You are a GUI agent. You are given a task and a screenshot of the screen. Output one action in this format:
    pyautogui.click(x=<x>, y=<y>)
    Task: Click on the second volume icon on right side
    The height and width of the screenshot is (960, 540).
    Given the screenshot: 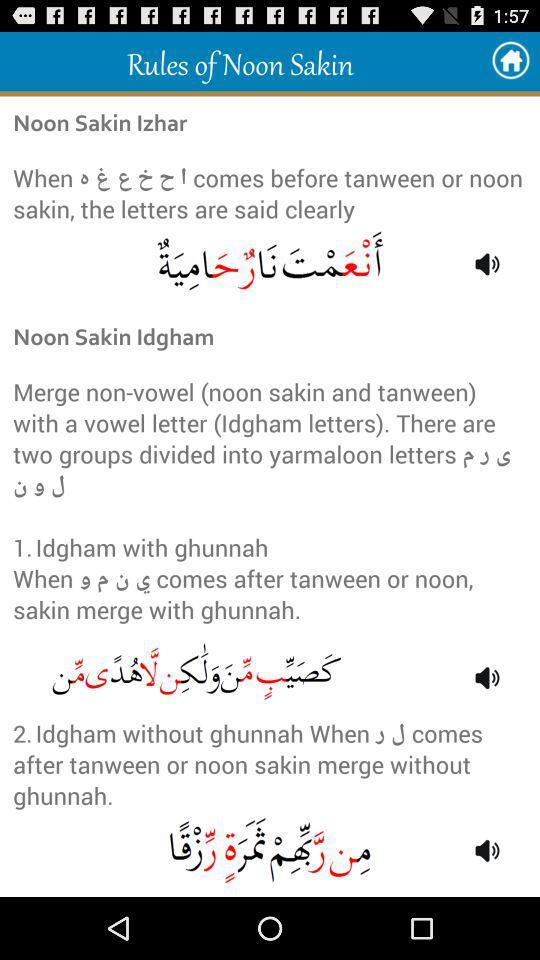 What is the action you would take?
    pyautogui.click(x=486, y=677)
    